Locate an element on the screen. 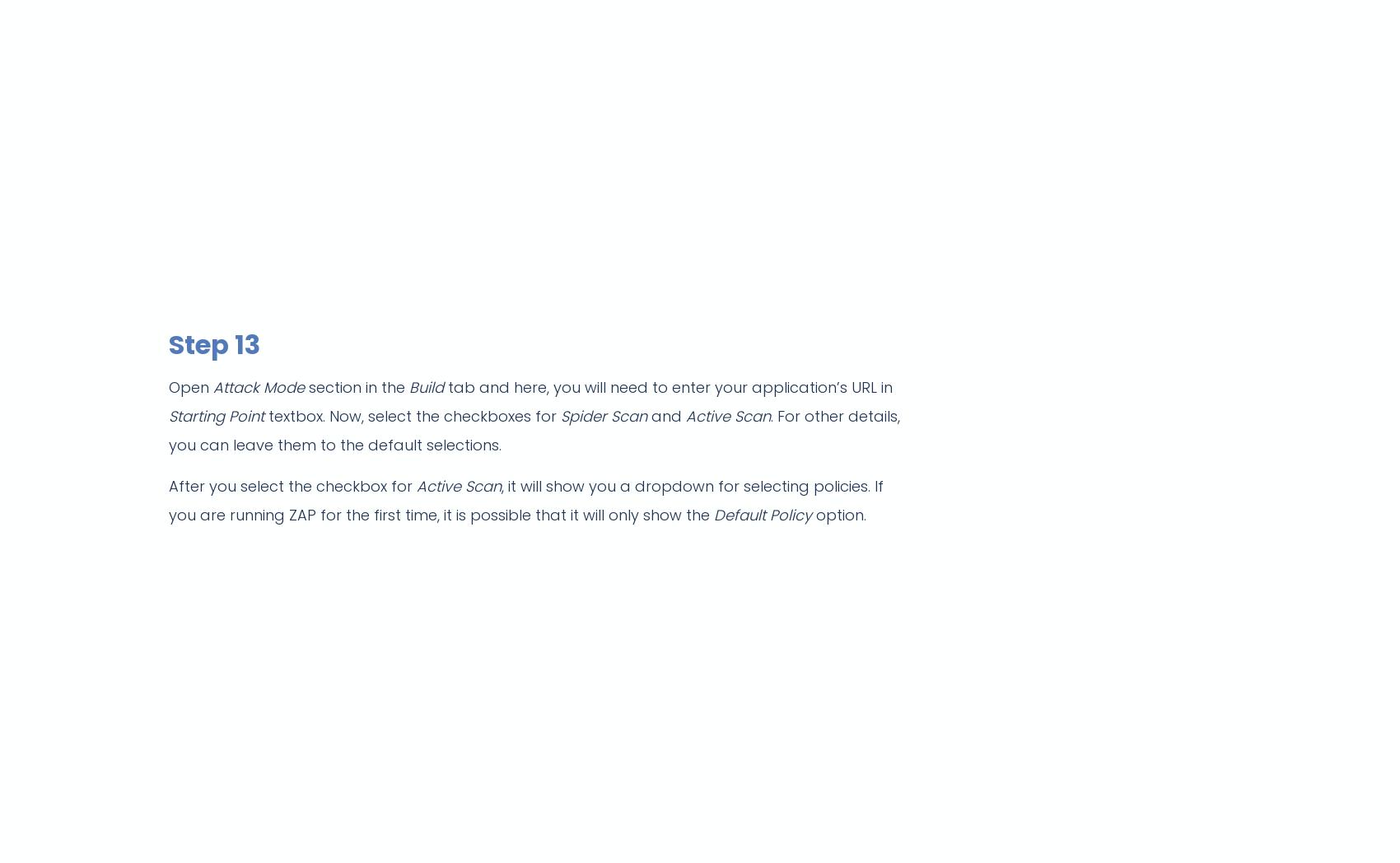 This screenshot has height=863, width=1400. 'textbox. Now, select the checkboxes for' is located at coordinates (412, 416).